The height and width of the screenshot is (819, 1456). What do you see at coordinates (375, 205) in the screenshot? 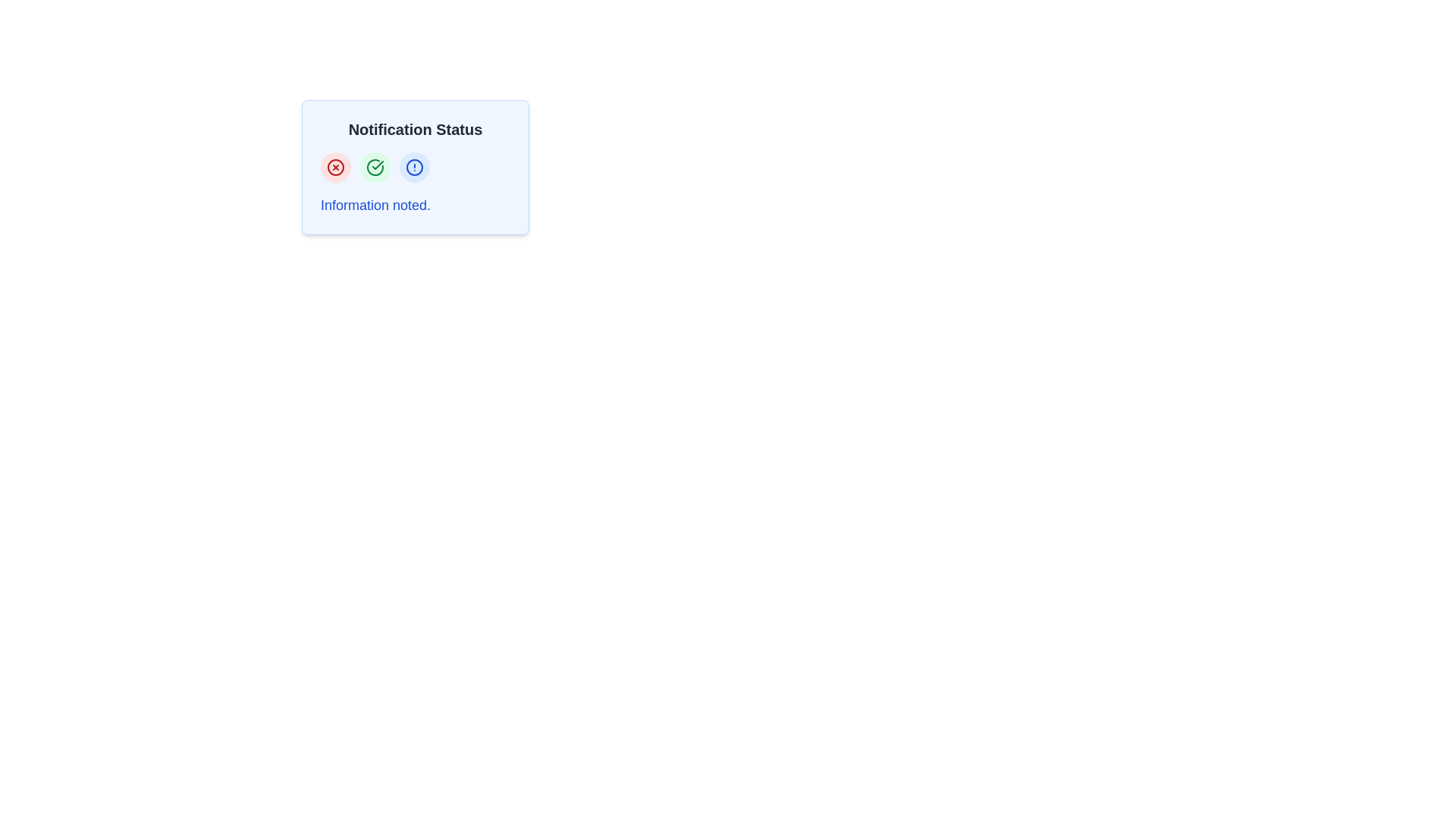
I see `the informational feedback static text located below the sequence of three circular icons within the 'Notification Status' box` at bounding box center [375, 205].